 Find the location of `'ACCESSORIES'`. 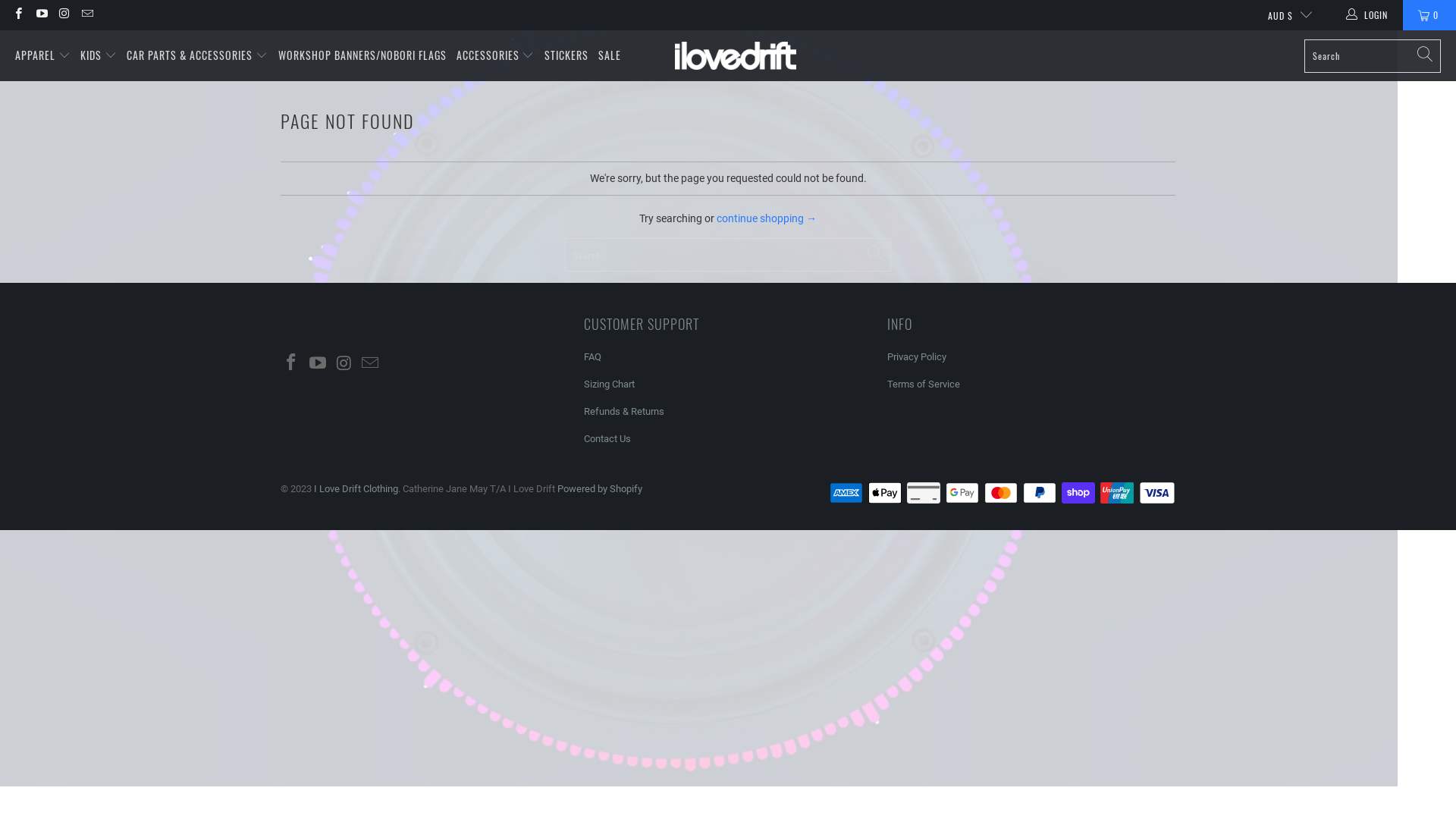

'ACCESSORIES' is located at coordinates (495, 55).